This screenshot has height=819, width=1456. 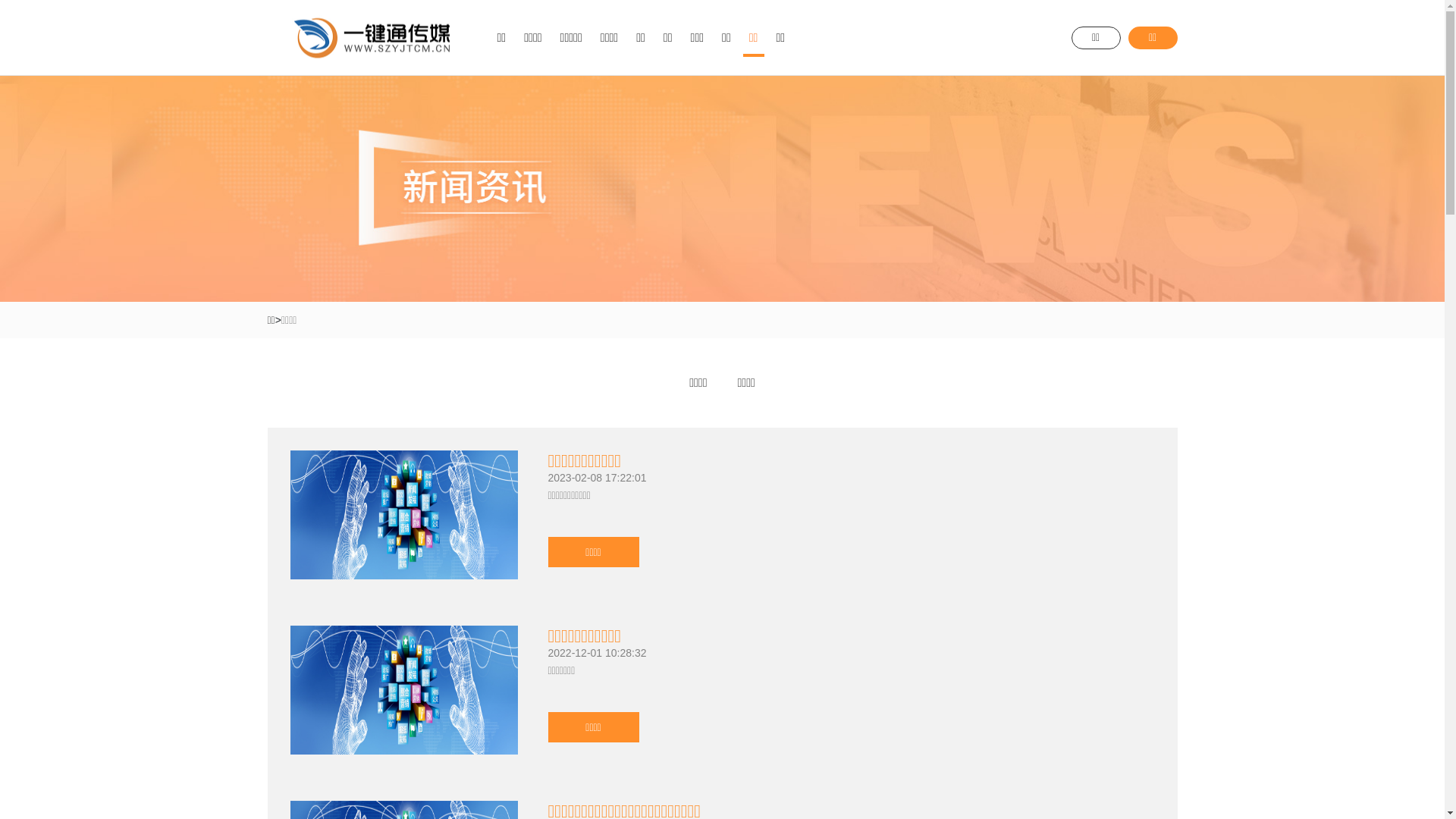 I want to click on '>', so click(x=278, y=318).